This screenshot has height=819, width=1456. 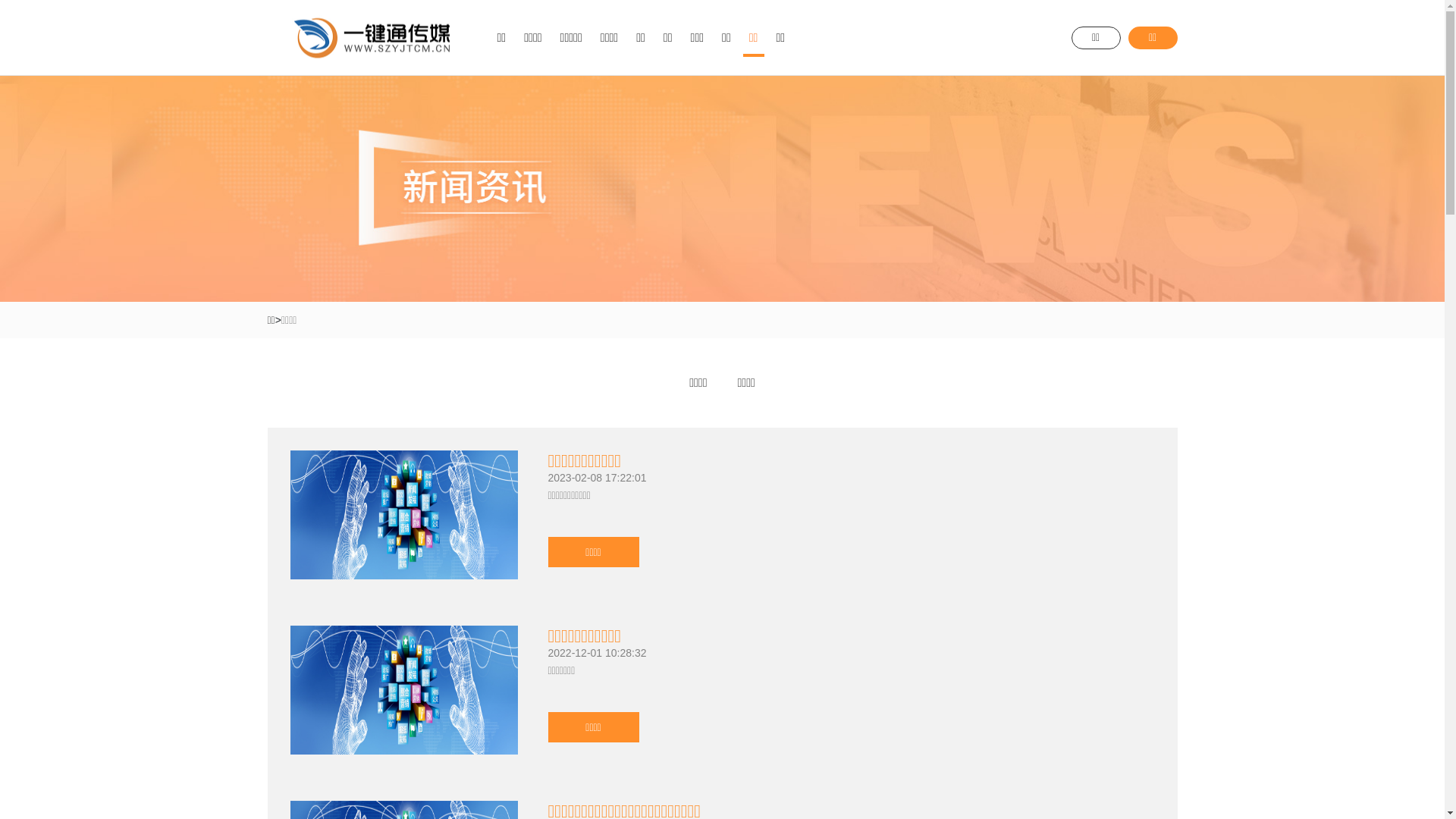 I want to click on '>', so click(x=278, y=318).